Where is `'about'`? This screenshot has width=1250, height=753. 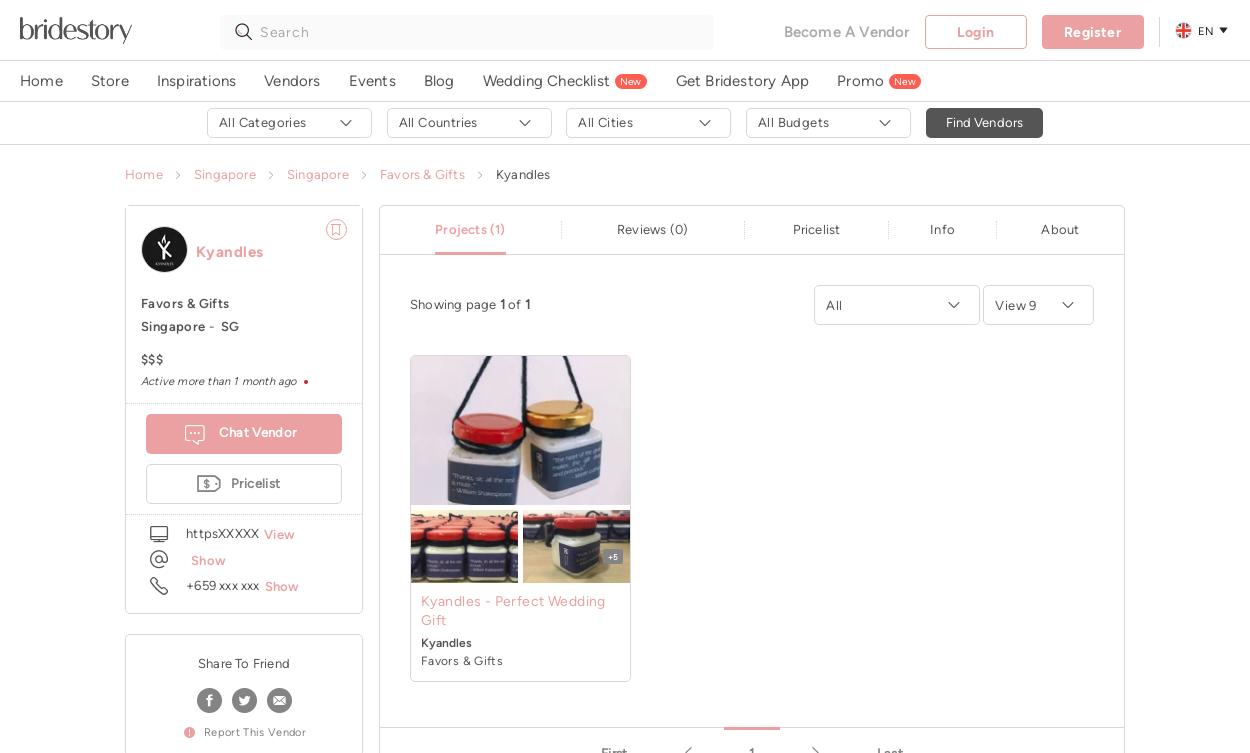
'about' is located at coordinates (1041, 228).